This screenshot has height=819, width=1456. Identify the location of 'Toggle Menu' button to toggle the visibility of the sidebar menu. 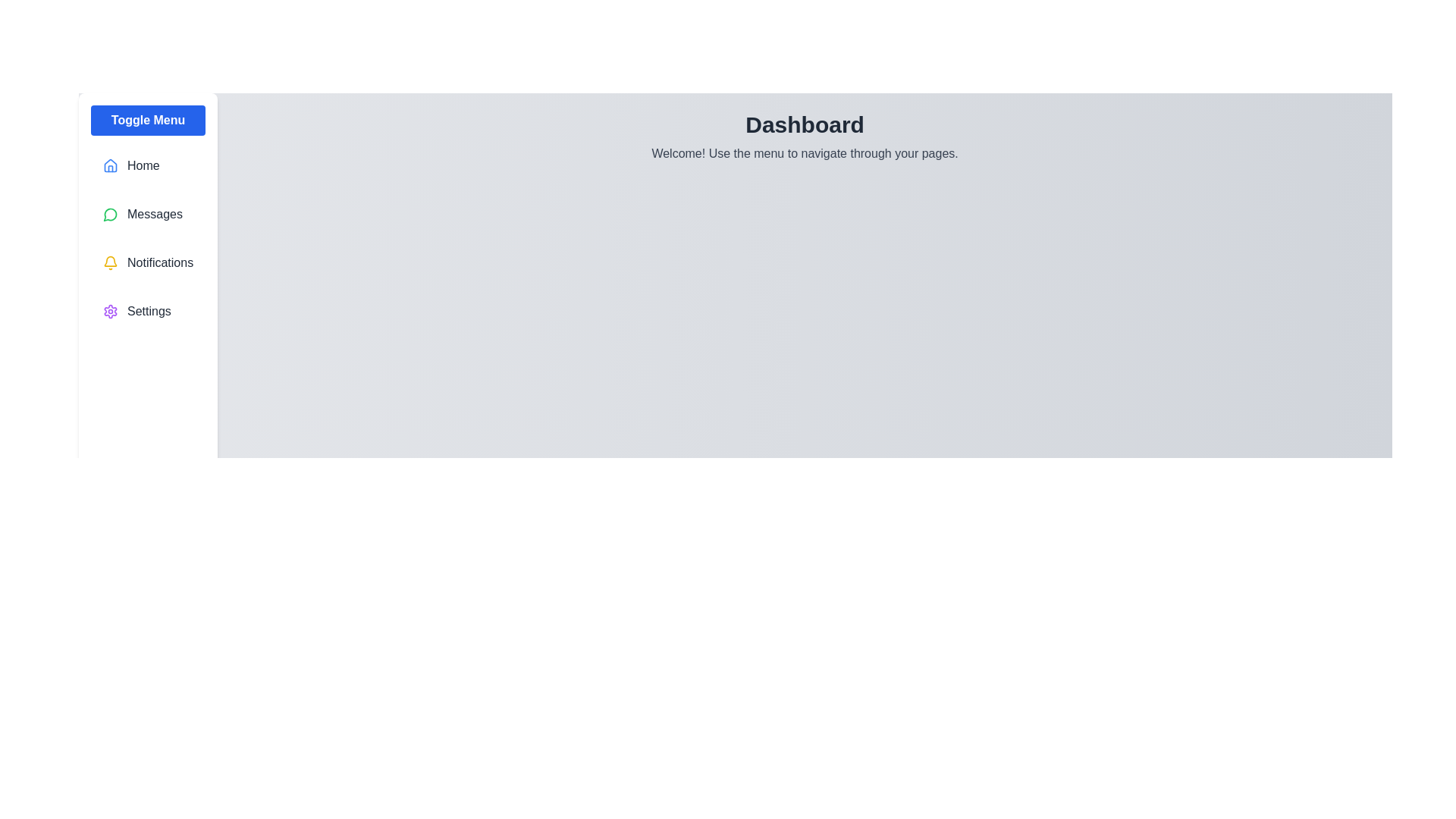
(148, 119).